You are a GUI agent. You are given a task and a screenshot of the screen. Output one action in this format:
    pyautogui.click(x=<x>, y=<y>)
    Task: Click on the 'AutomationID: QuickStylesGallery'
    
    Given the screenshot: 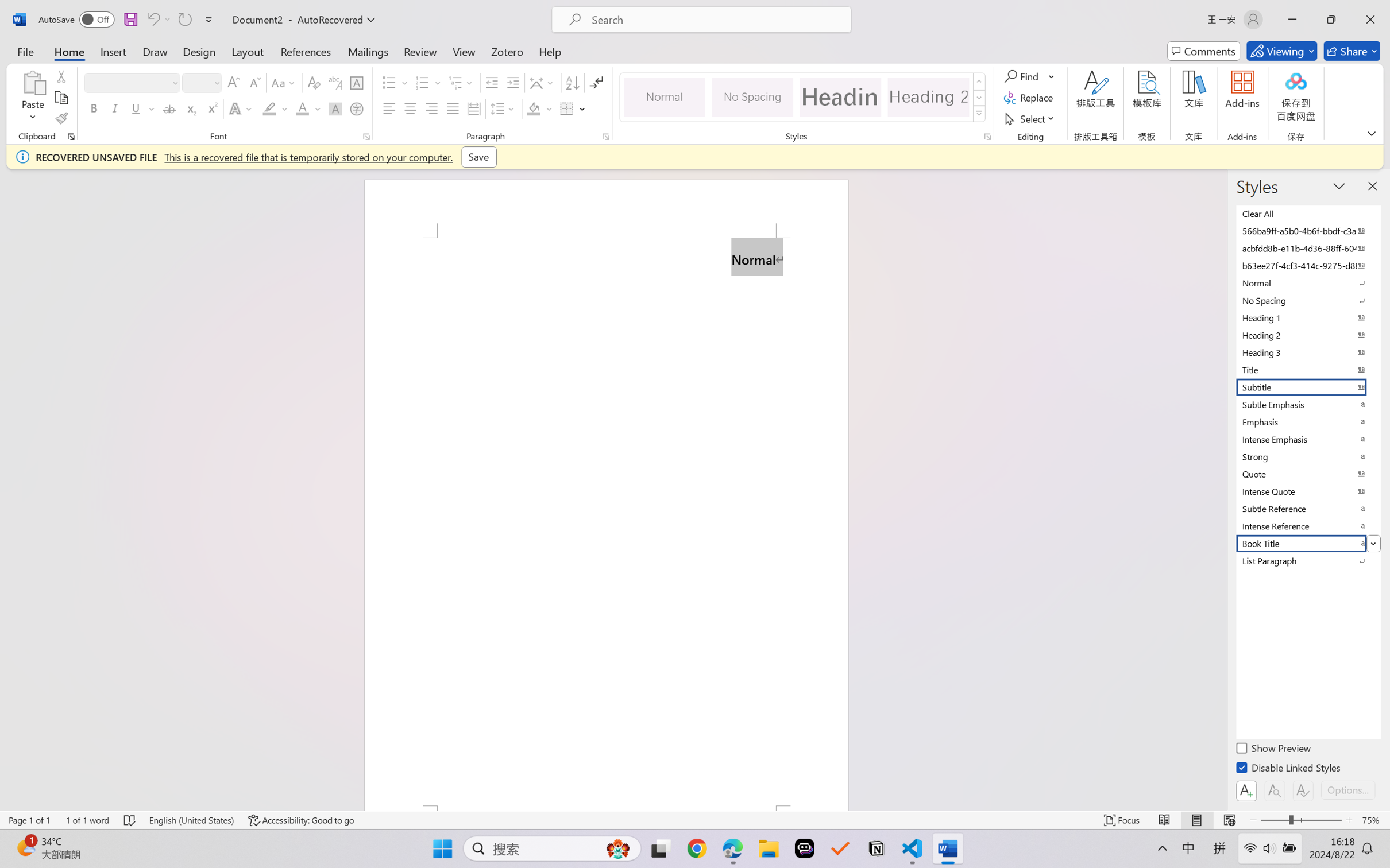 What is the action you would take?
    pyautogui.click(x=802, y=98)
    